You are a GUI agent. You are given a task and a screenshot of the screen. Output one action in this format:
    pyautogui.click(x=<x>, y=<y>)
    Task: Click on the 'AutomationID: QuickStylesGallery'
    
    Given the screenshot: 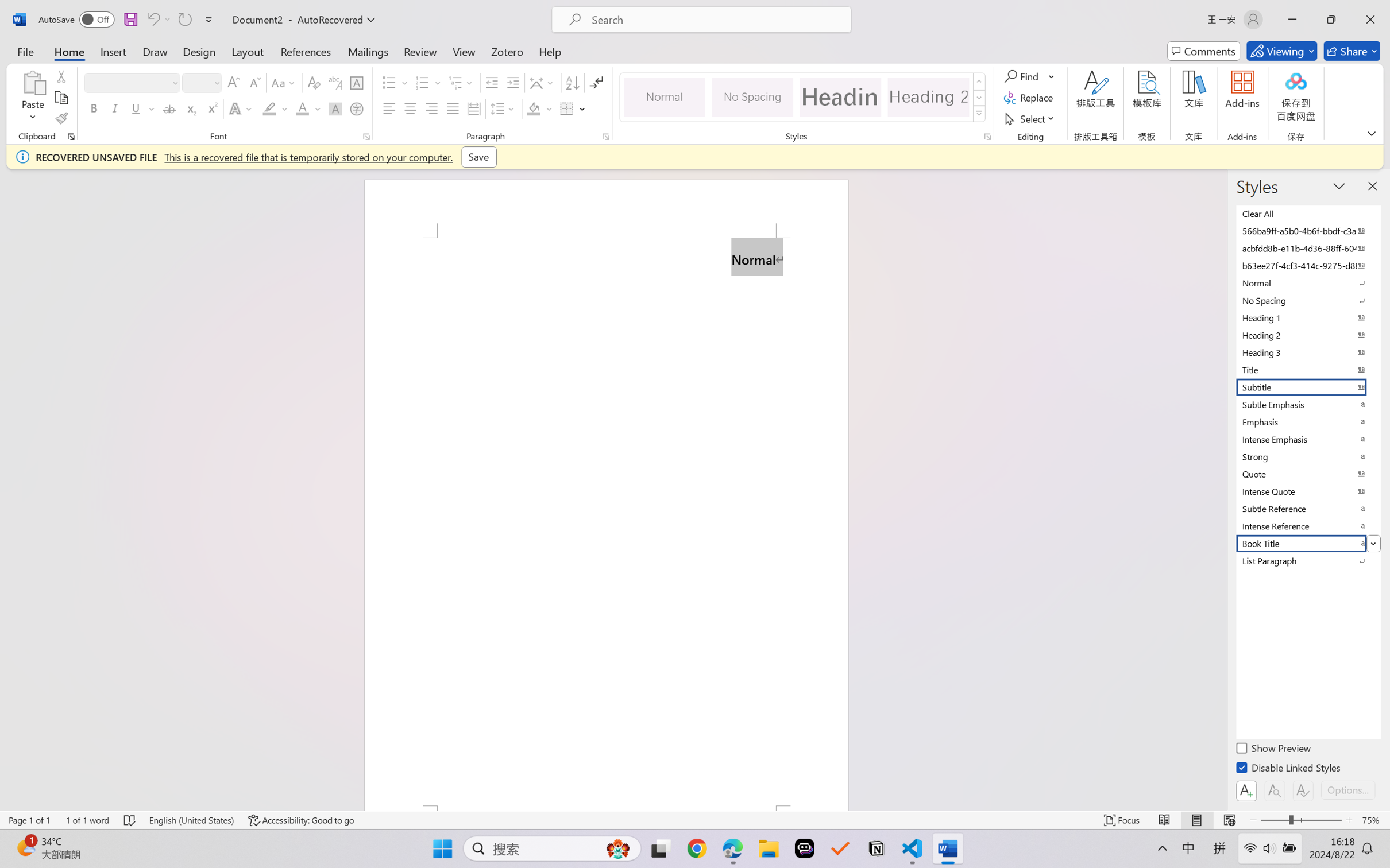 What is the action you would take?
    pyautogui.click(x=802, y=98)
    